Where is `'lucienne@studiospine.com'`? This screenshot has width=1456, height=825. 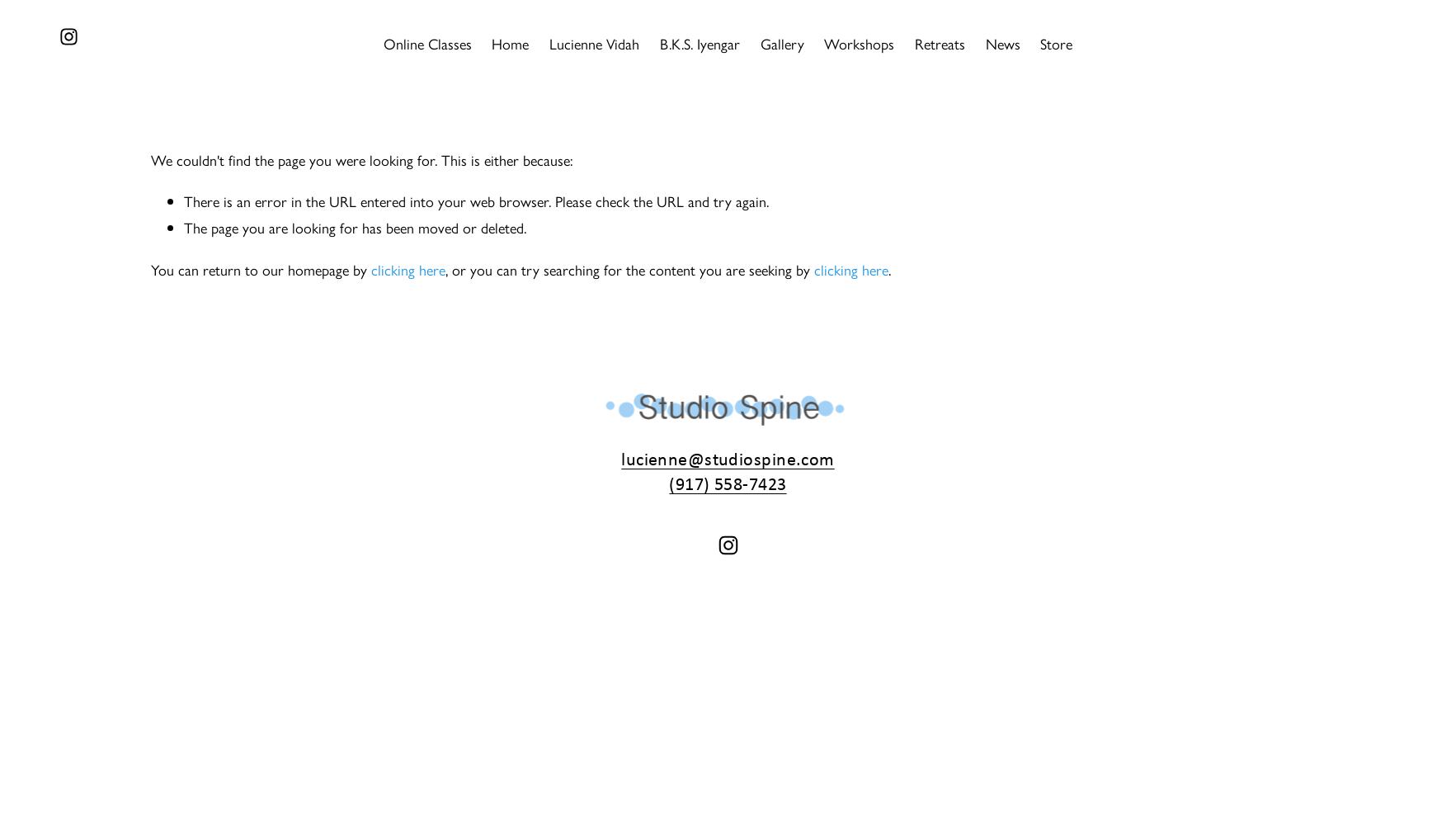 'lucienne@studiospine.com' is located at coordinates (726, 458).